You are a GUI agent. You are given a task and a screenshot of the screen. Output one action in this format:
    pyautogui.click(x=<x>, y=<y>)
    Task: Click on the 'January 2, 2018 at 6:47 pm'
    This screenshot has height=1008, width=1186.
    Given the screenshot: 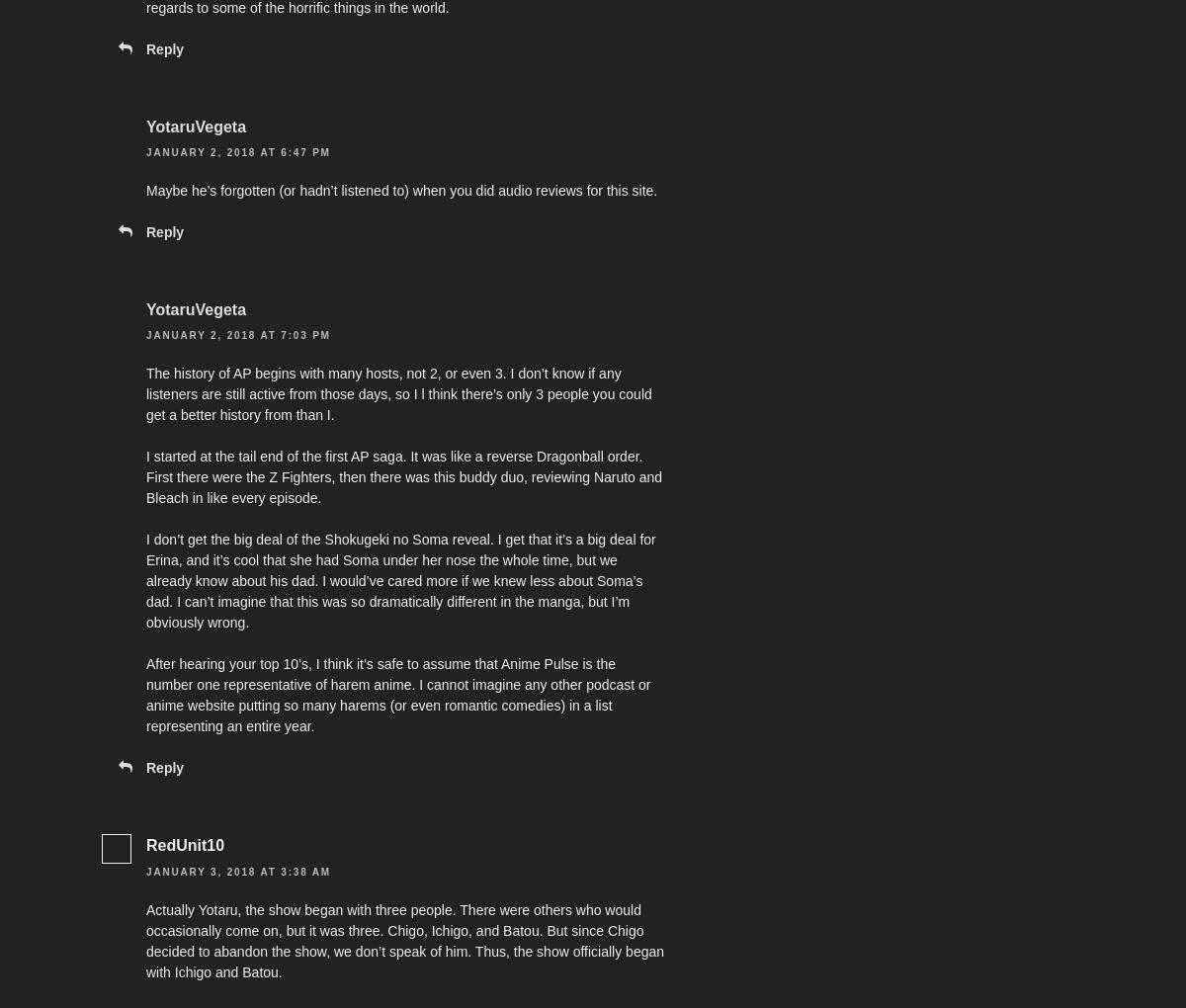 What is the action you would take?
    pyautogui.click(x=236, y=151)
    